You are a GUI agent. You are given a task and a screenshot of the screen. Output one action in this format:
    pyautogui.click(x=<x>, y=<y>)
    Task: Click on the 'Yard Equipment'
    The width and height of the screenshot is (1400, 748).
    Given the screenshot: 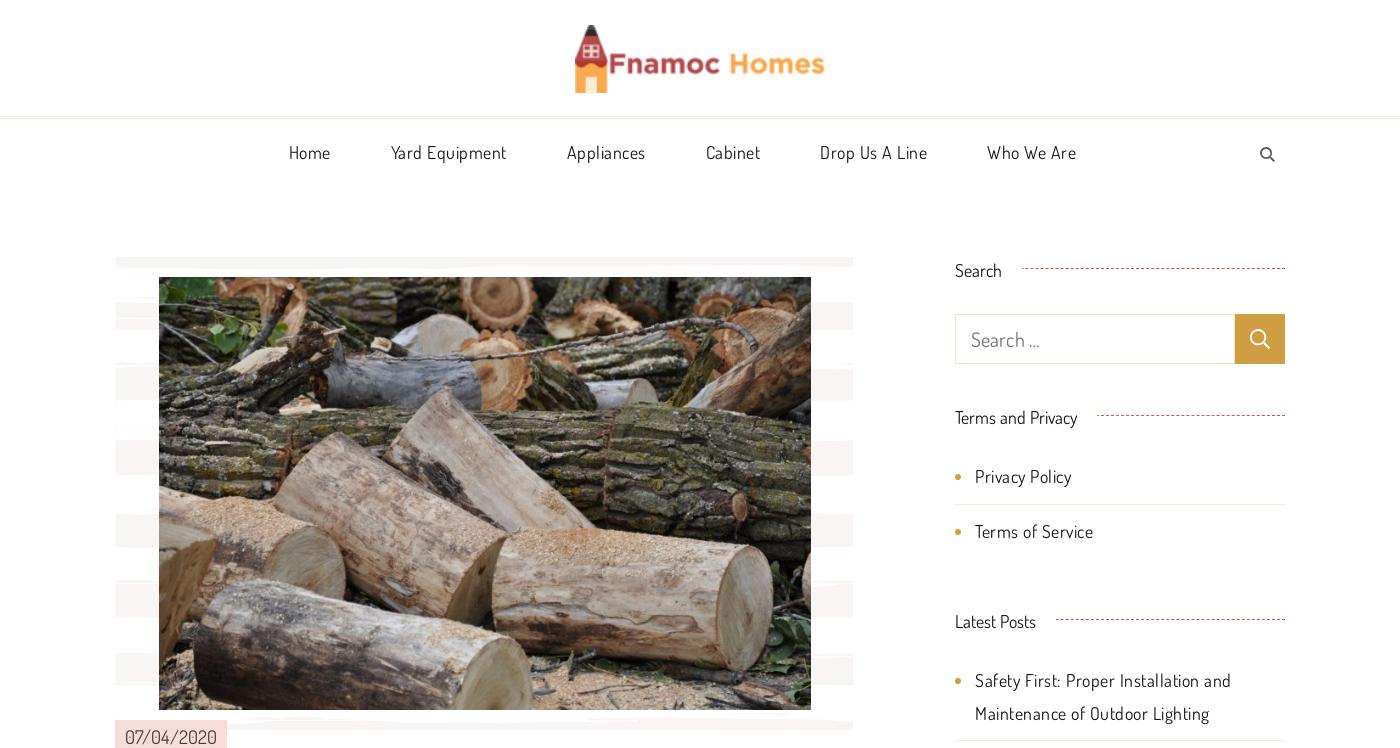 What is the action you would take?
    pyautogui.click(x=448, y=150)
    